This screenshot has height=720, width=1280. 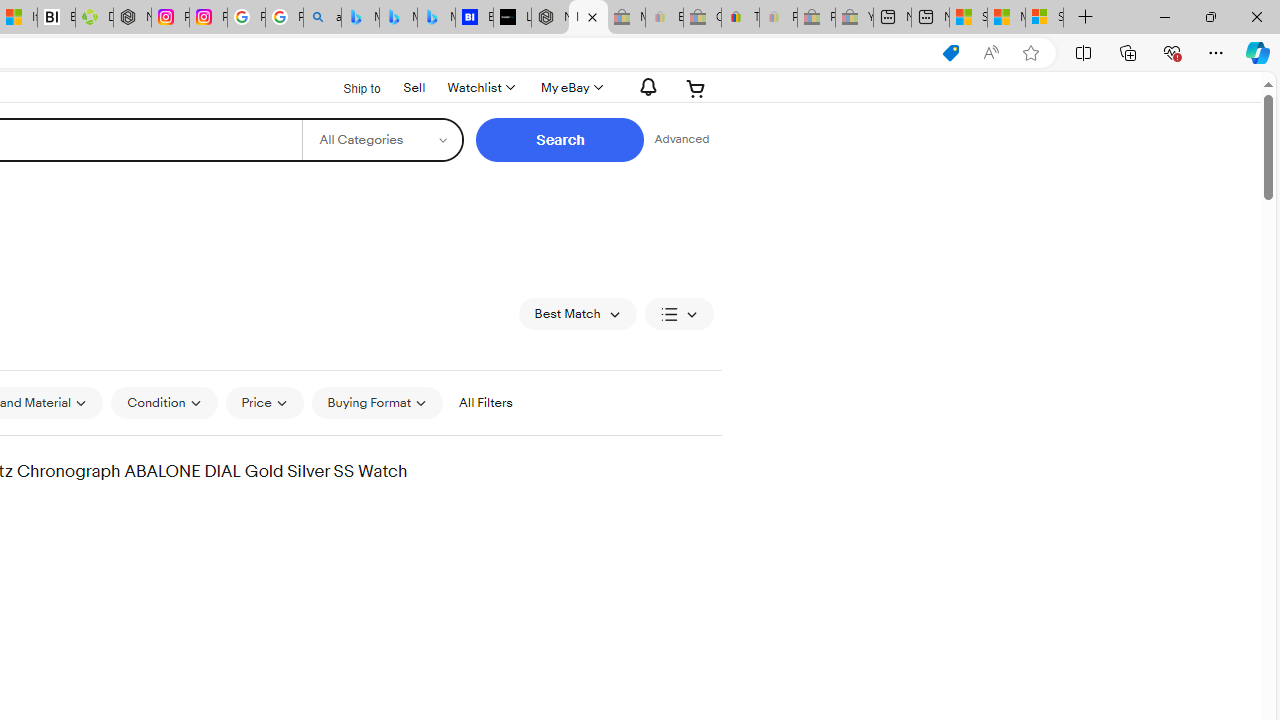 I want to click on 'Ship to', so click(x=349, y=88).